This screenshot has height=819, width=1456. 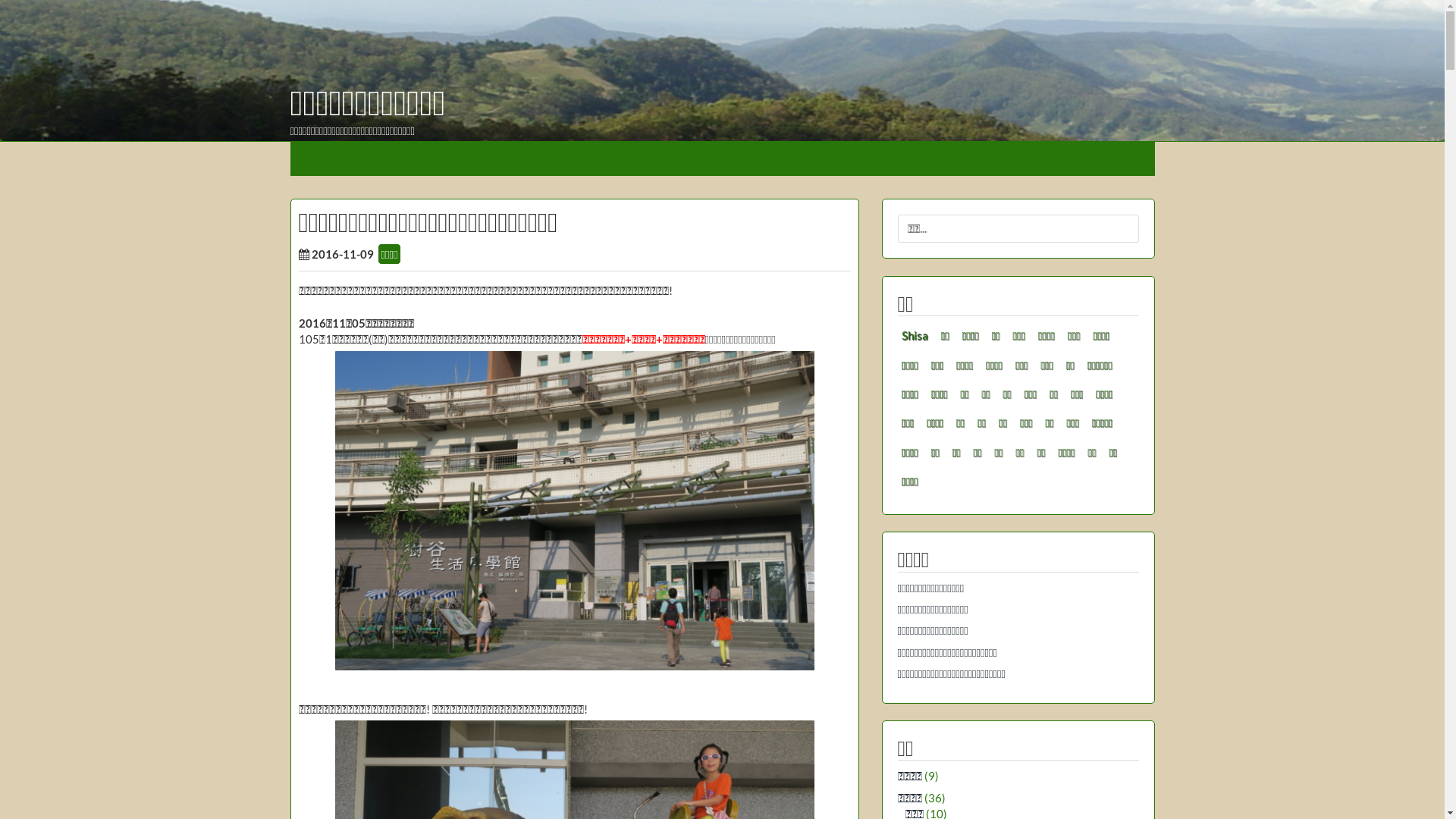 I want to click on 'Shisa', so click(x=914, y=334).